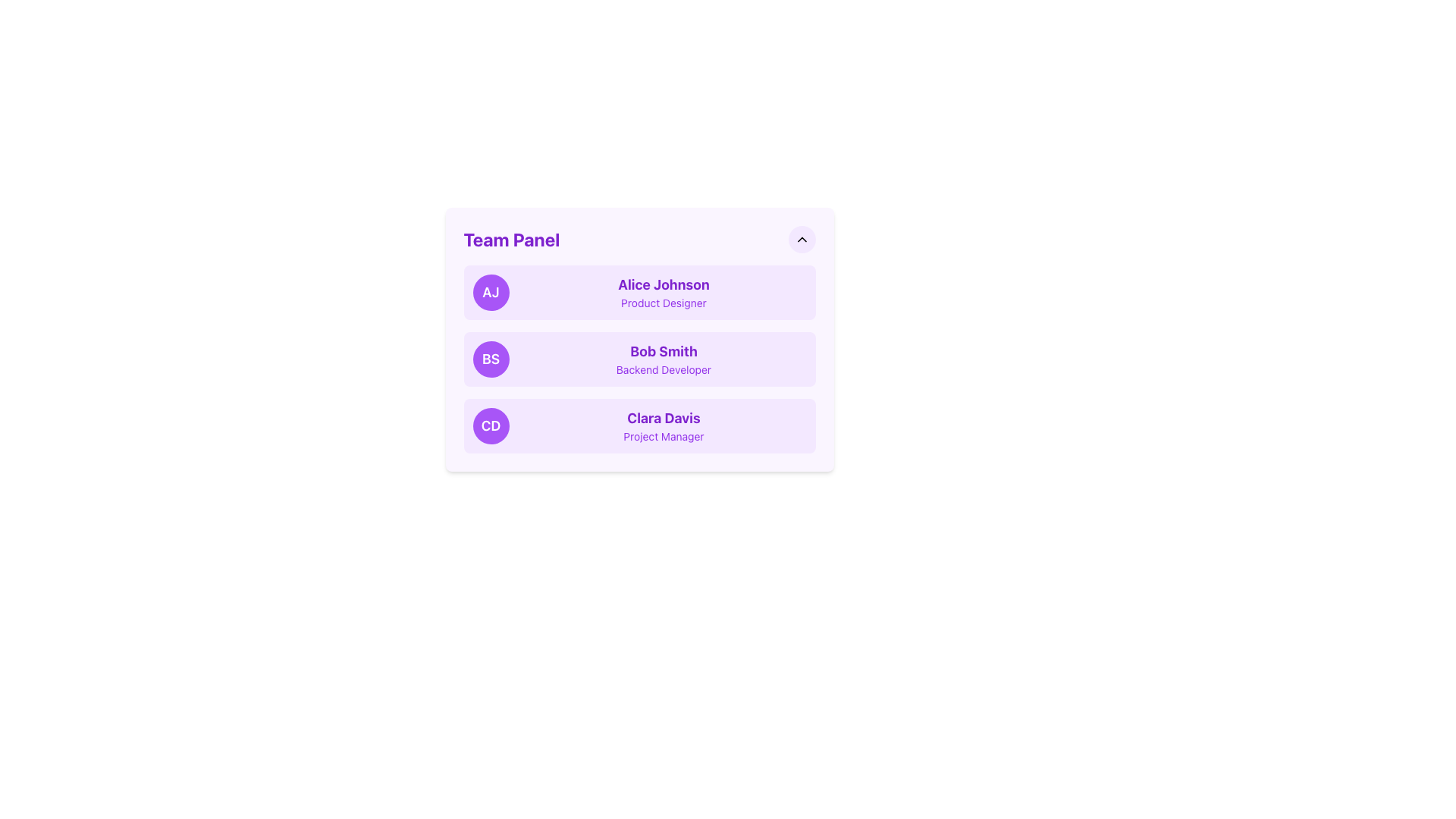 Image resolution: width=1456 pixels, height=819 pixels. What do you see at coordinates (491, 426) in the screenshot?
I see `the circular avatar element with a purple background and white 'CD' text, which identifies Clara Davis in the Team Panel` at bounding box center [491, 426].